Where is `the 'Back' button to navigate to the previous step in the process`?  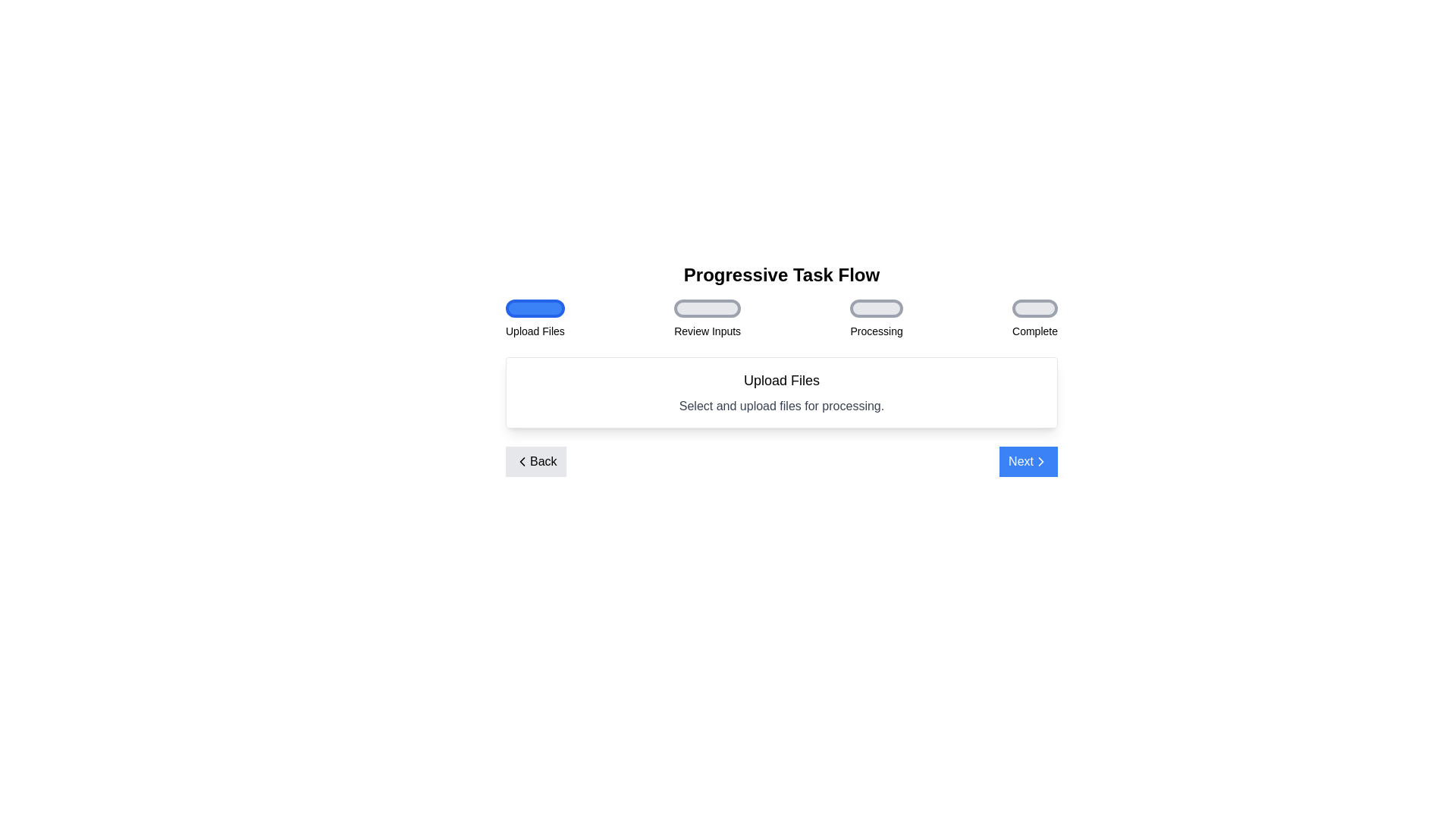
the 'Back' button to navigate to the previous step in the process is located at coordinates (535, 461).